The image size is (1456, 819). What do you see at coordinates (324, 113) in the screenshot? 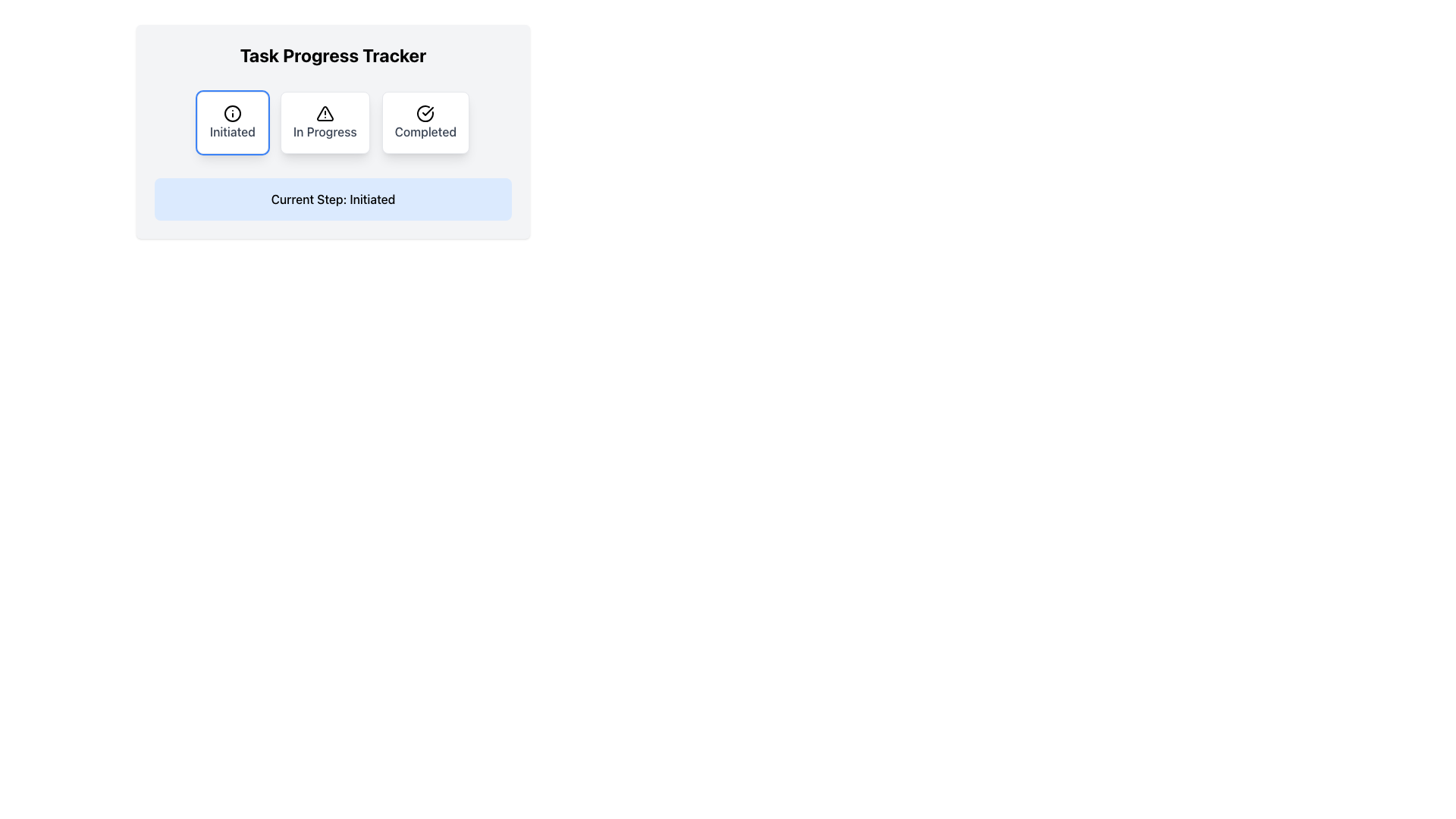
I see `the warning alert icon indicating 'In Progress' status, which is the middle element in a group of three status indicators` at bounding box center [324, 113].